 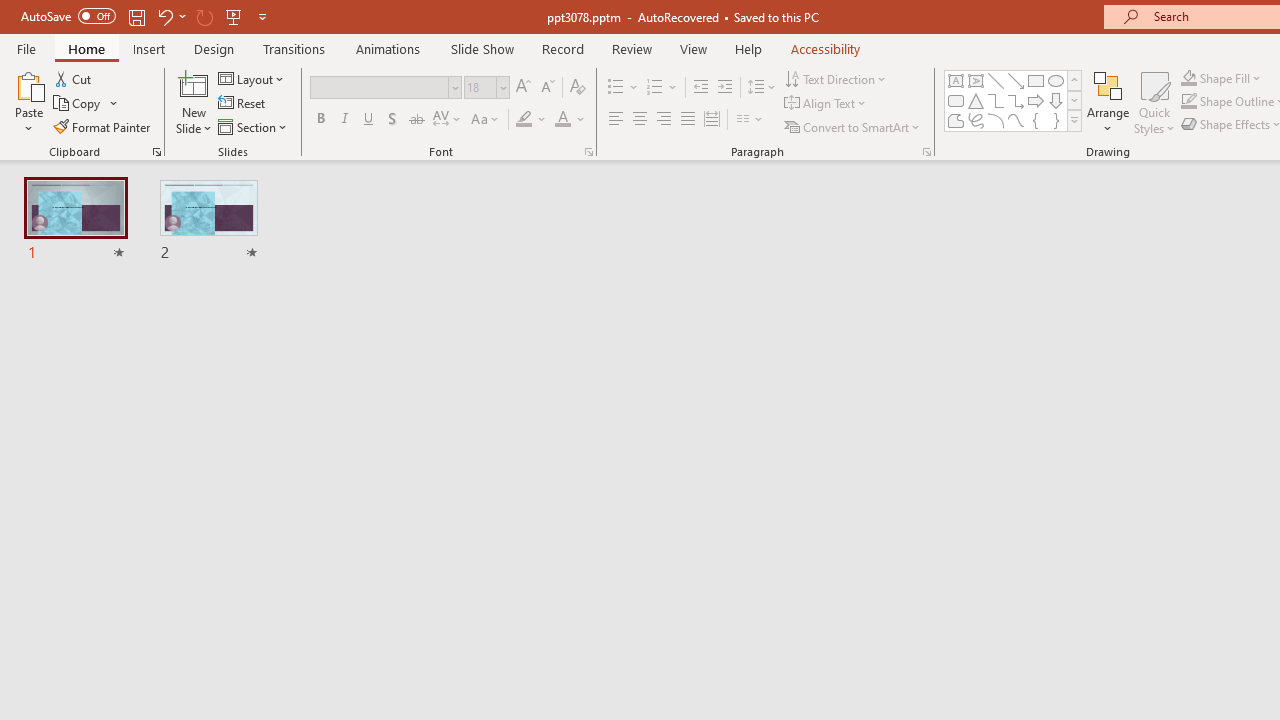 I want to click on 'Justify', so click(x=688, y=119).